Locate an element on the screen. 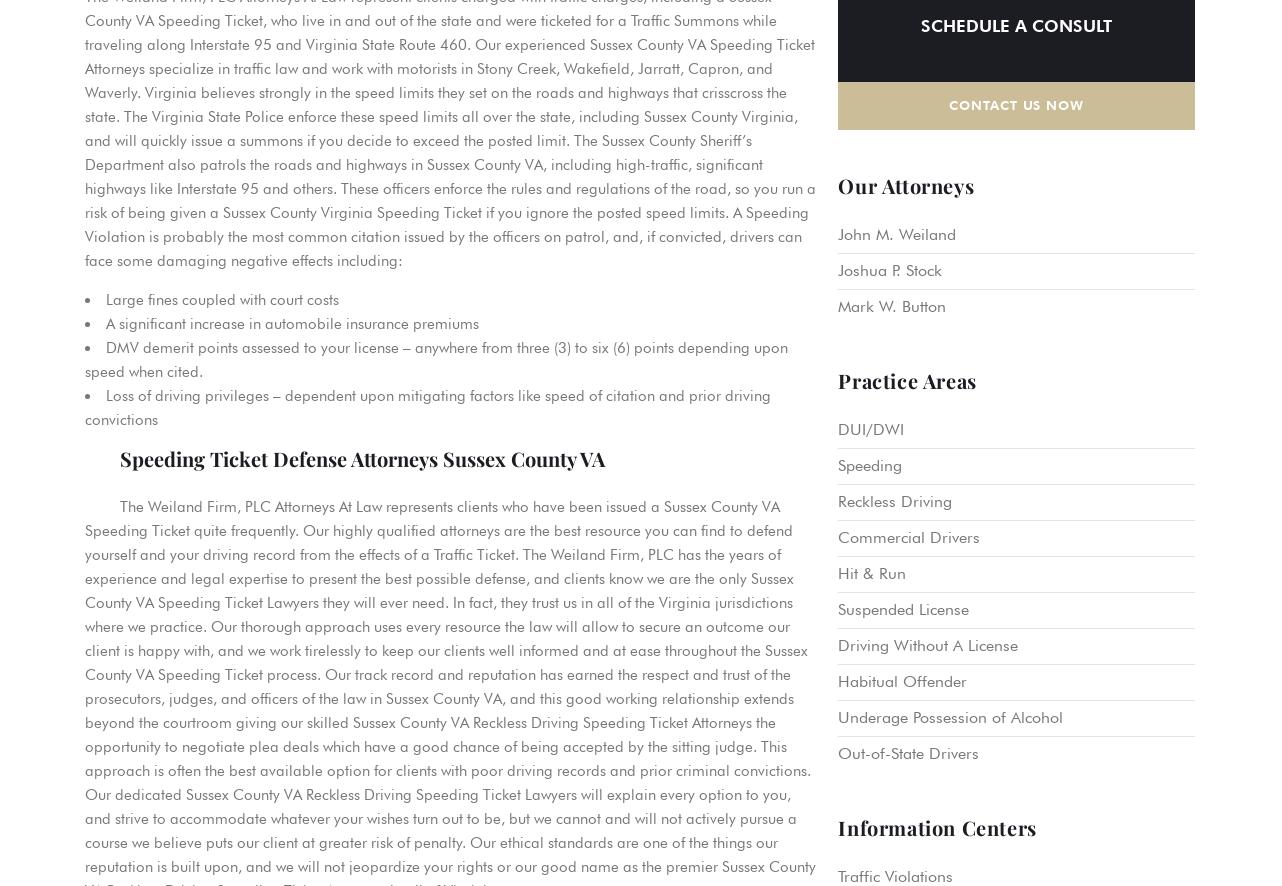  'Petersburg' is located at coordinates (715, 13).